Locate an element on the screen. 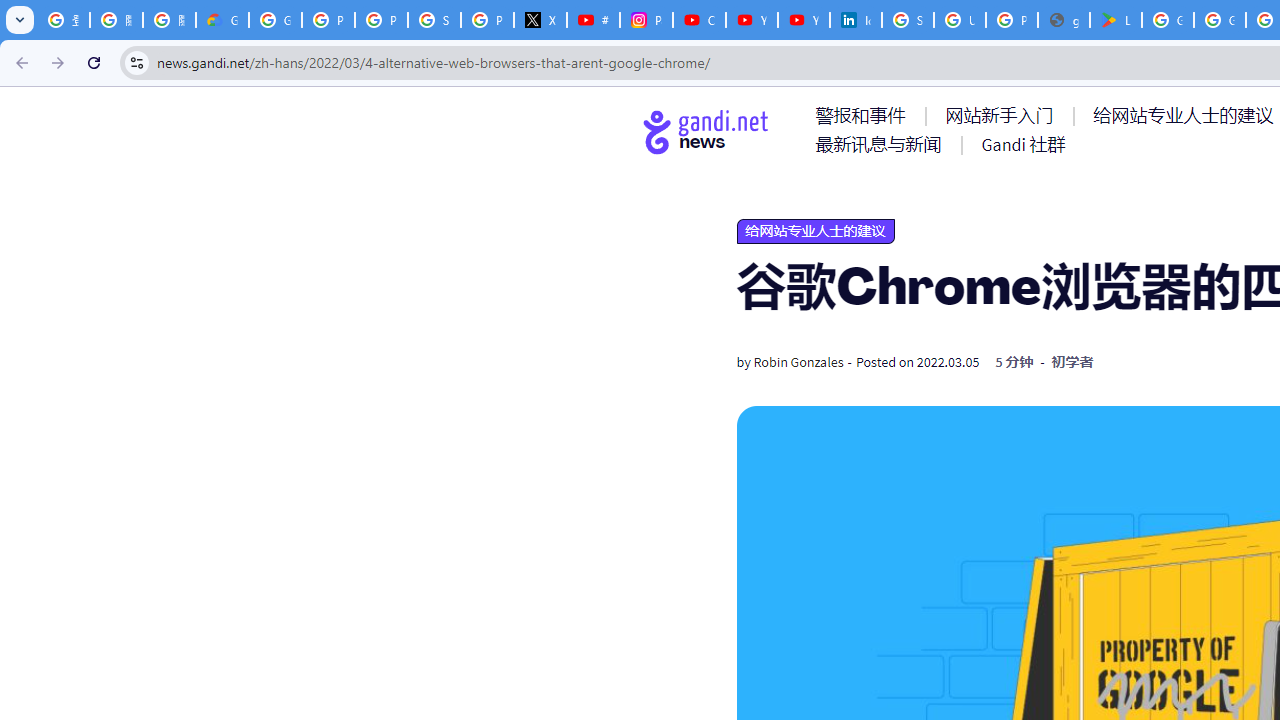 The width and height of the screenshot is (1280, 720). 'Google Workspace - Specific Terms' is located at coordinates (1218, 20).